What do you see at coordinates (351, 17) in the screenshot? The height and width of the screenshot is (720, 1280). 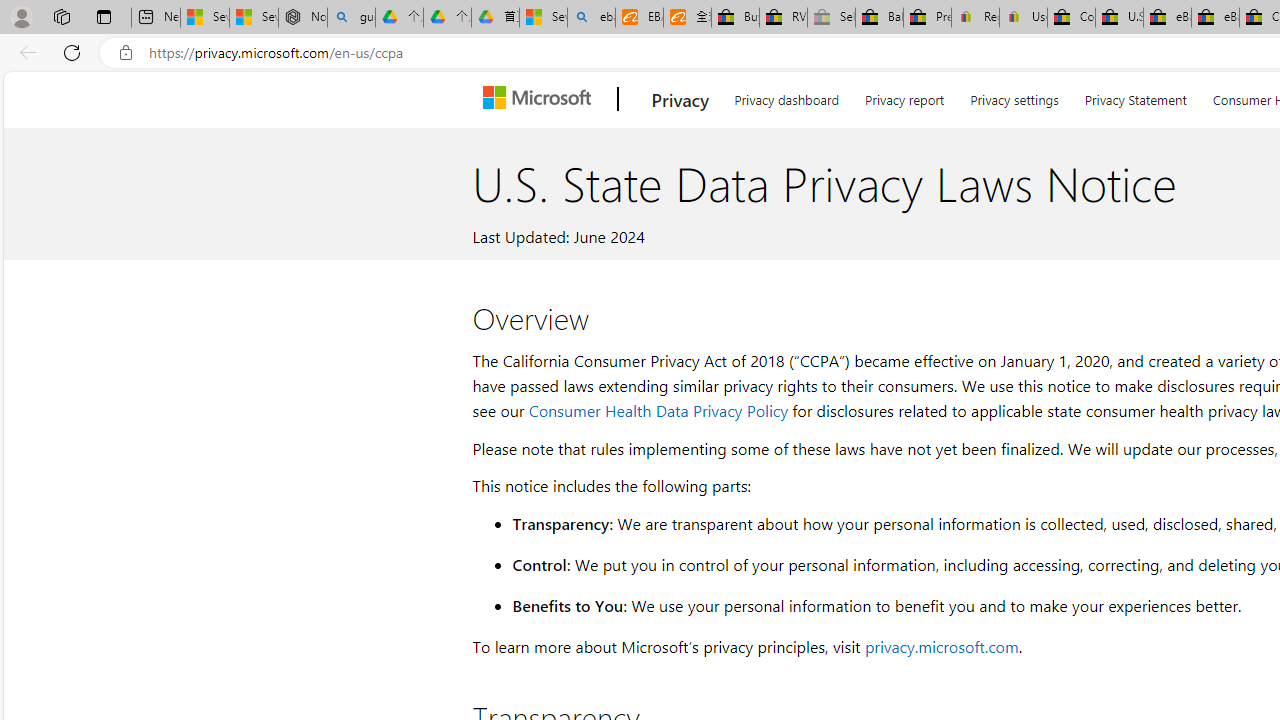 I see `'guge yunpan - Search'` at bounding box center [351, 17].